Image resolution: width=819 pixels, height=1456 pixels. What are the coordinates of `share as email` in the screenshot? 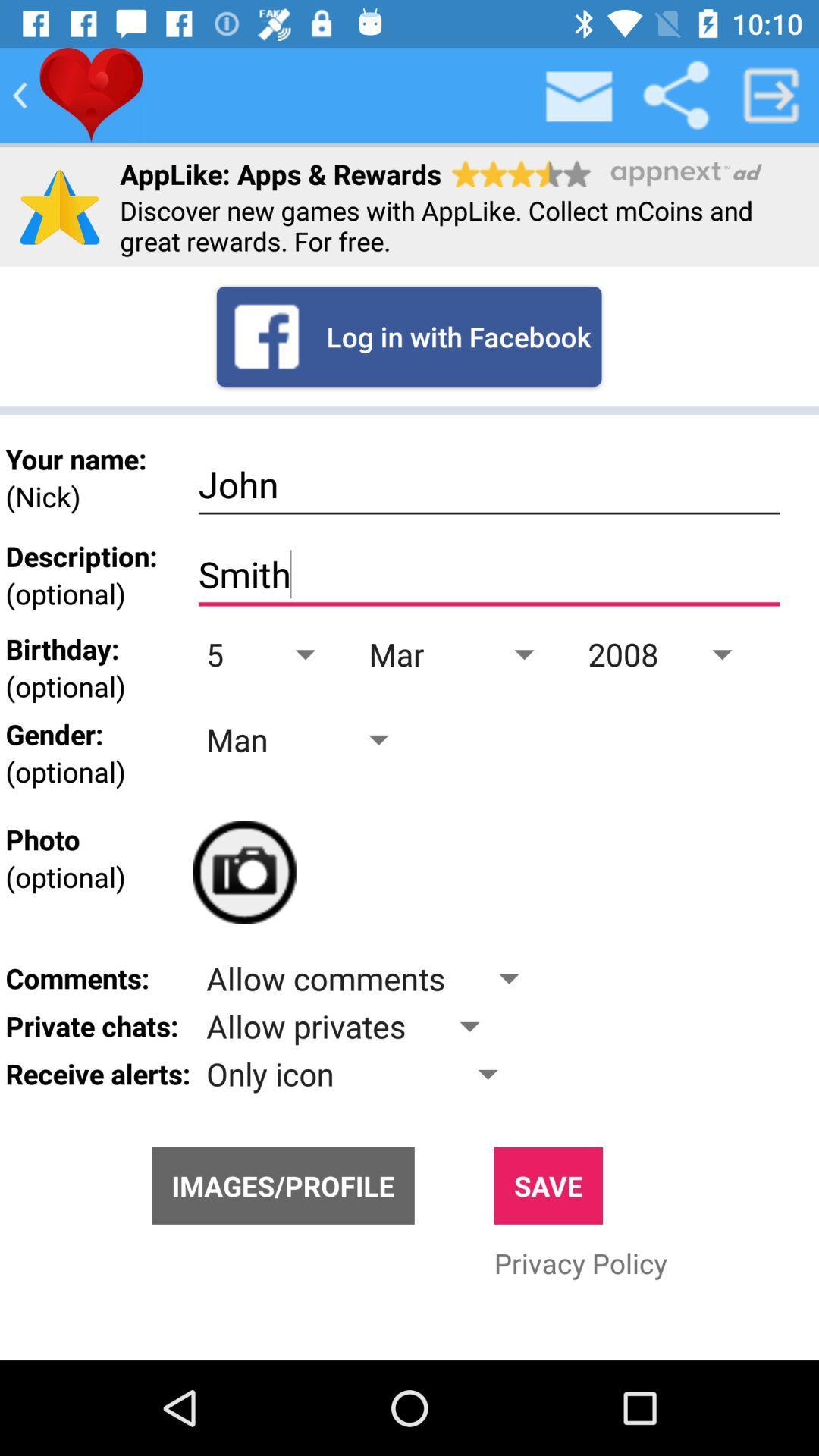 It's located at (579, 94).